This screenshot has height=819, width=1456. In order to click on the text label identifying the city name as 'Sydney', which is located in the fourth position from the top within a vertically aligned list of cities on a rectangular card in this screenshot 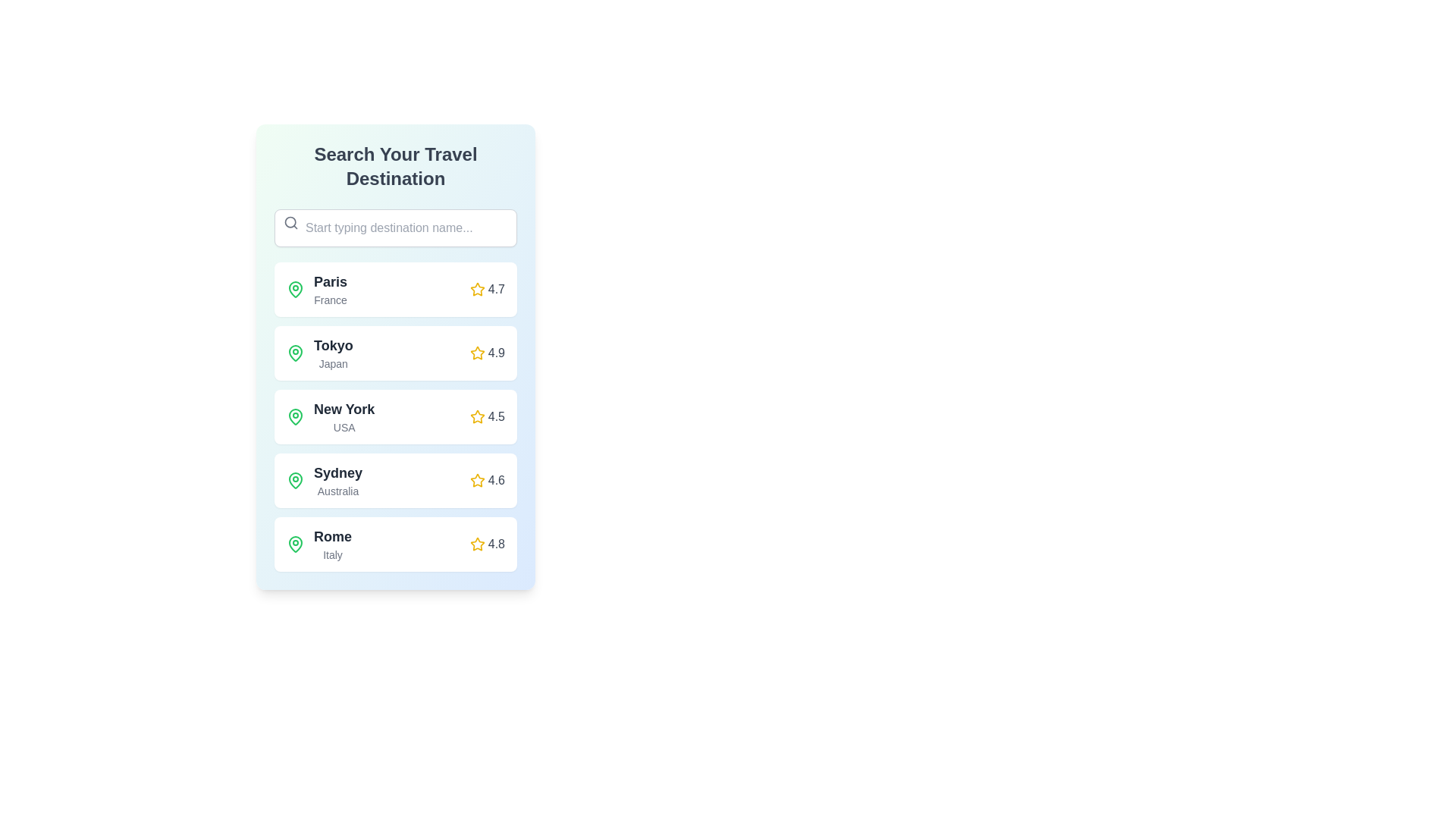, I will do `click(337, 472)`.